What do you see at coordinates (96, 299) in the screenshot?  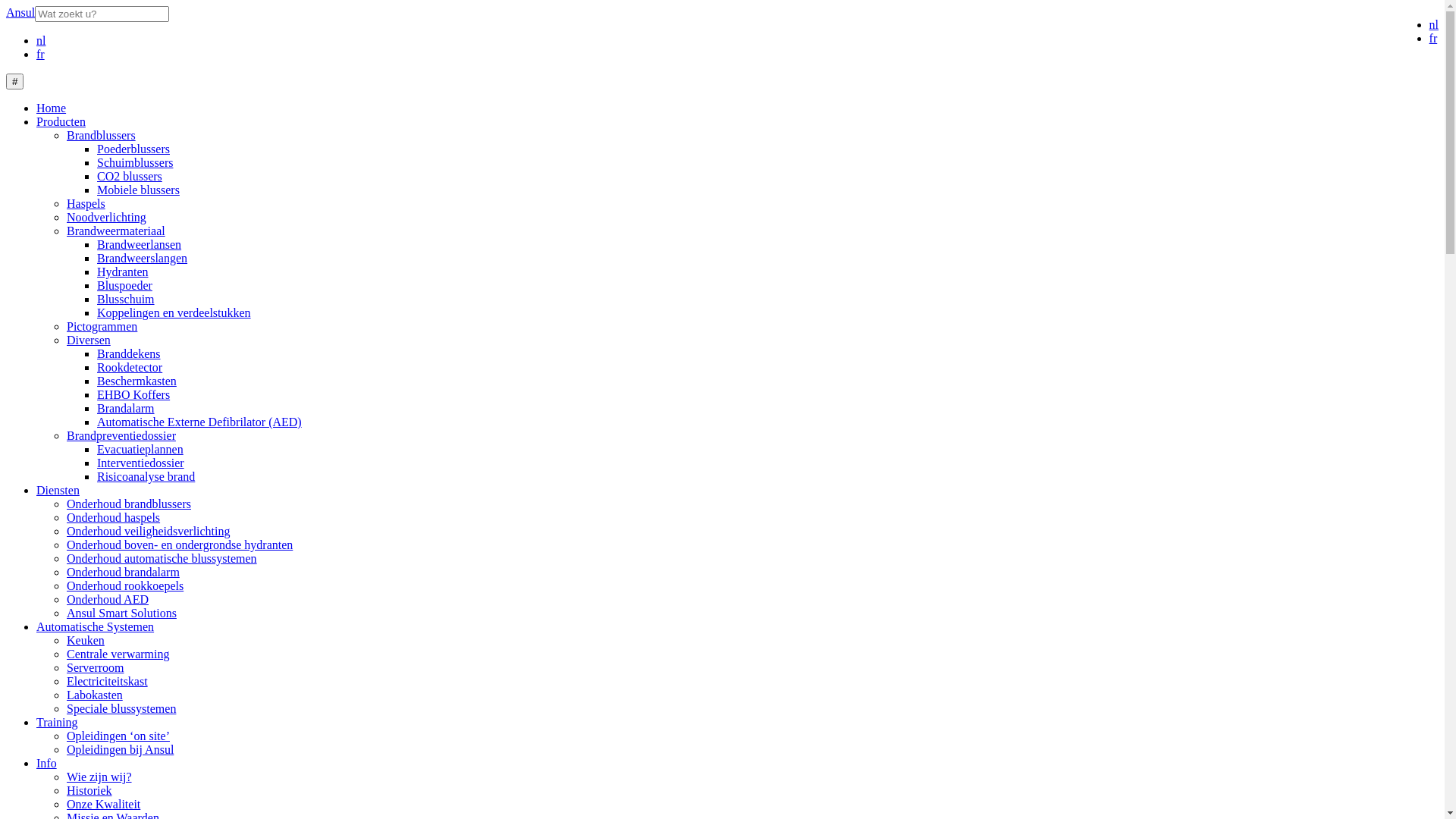 I see `'Blusschuim'` at bounding box center [96, 299].